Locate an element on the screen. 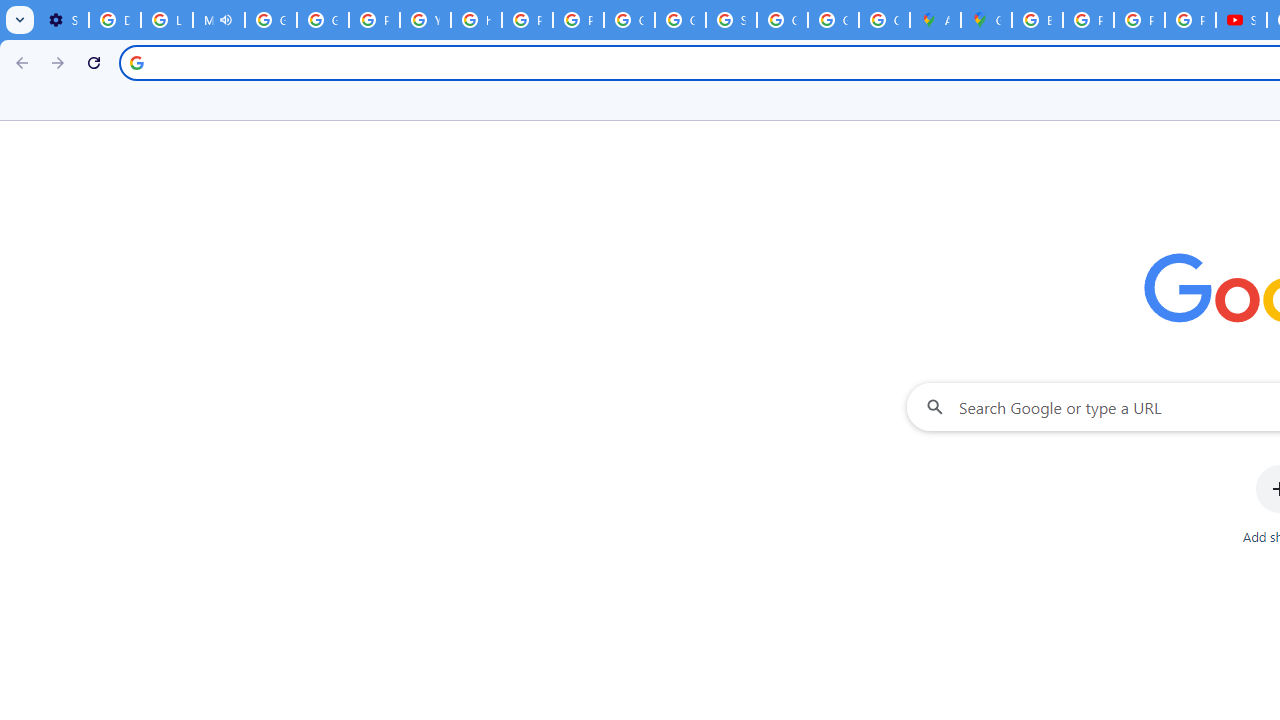 The width and height of the screenshot is (1280, 720). 'Delete photos & videos - Computer - Google Photos Help' is located at coordinates (113, 20).